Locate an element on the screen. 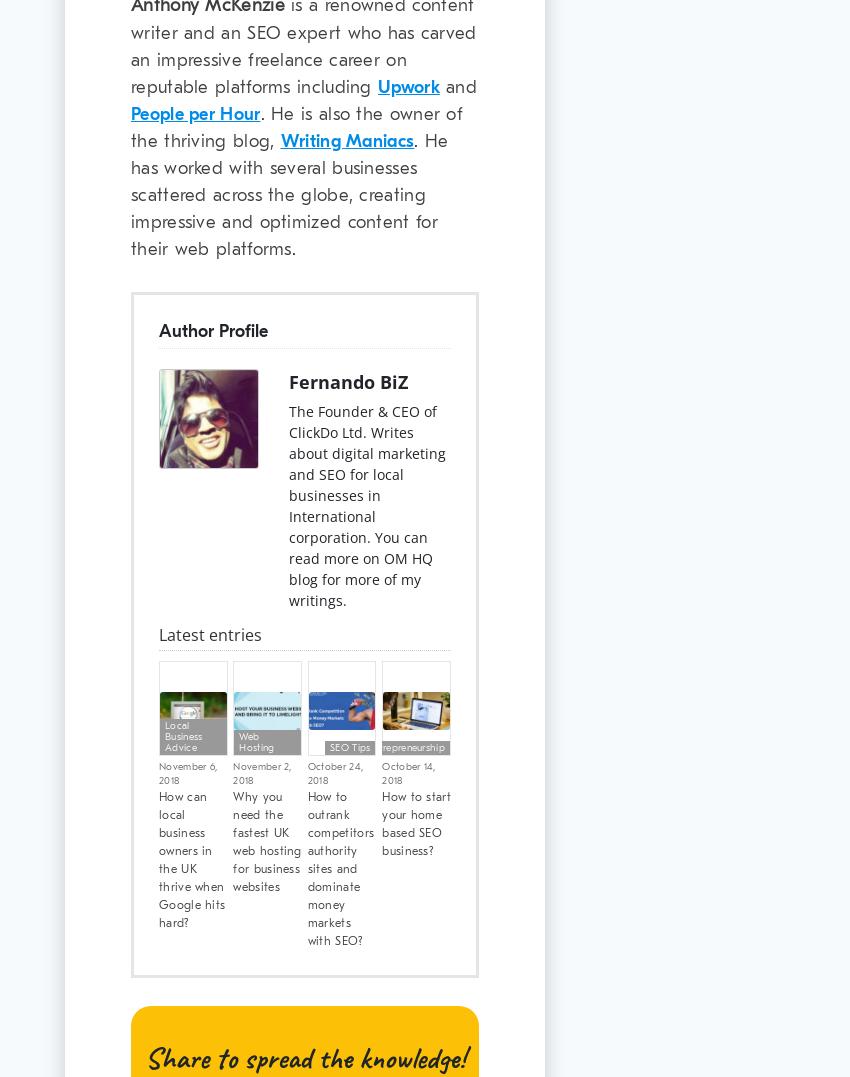 This screenshot has height=1077, width=850. 'Latest entries' is located at coordinates (209, 634).